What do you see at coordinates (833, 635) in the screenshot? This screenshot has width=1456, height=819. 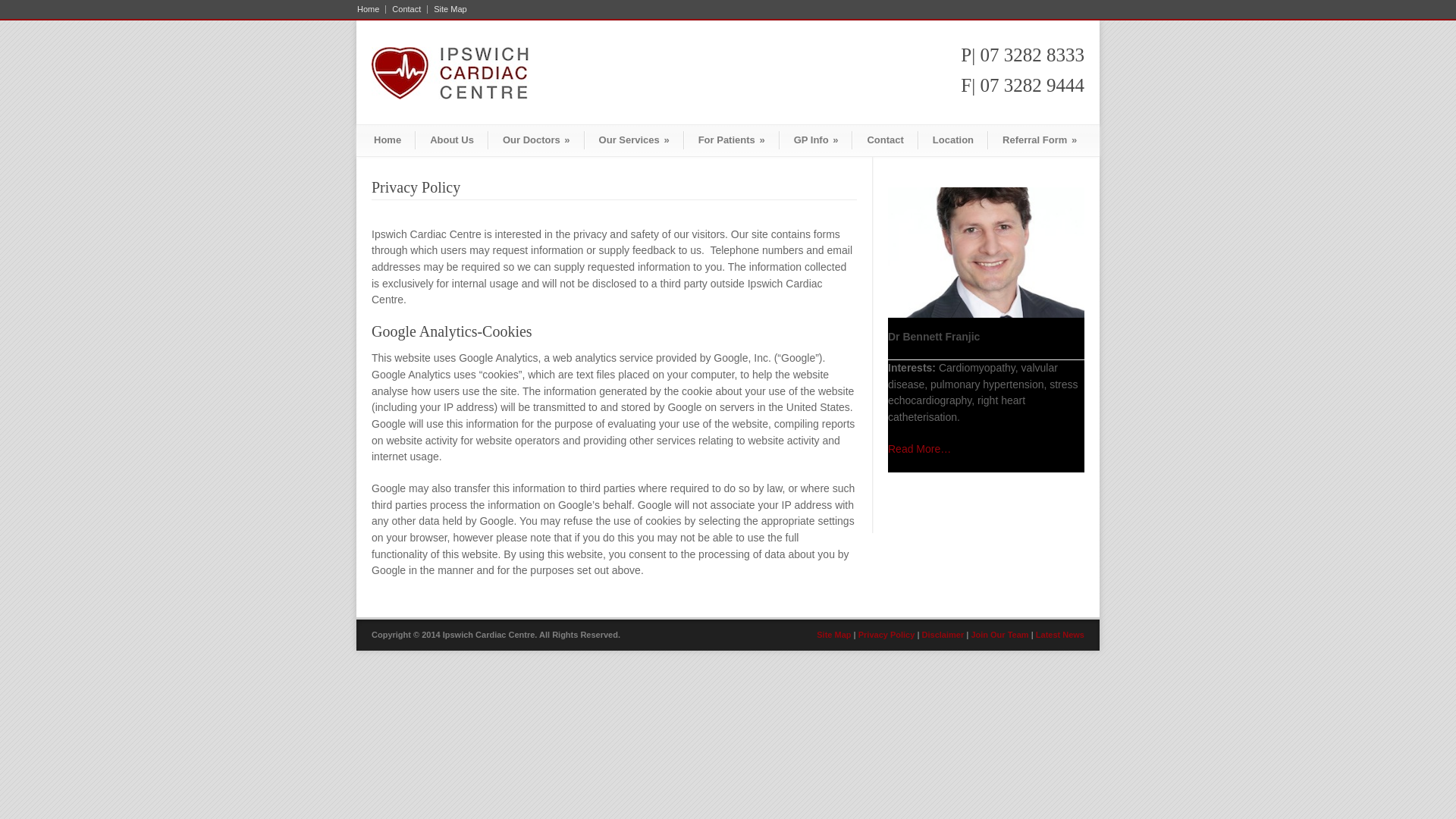 I see `'Site Map'` at bounding box center [833, 635].